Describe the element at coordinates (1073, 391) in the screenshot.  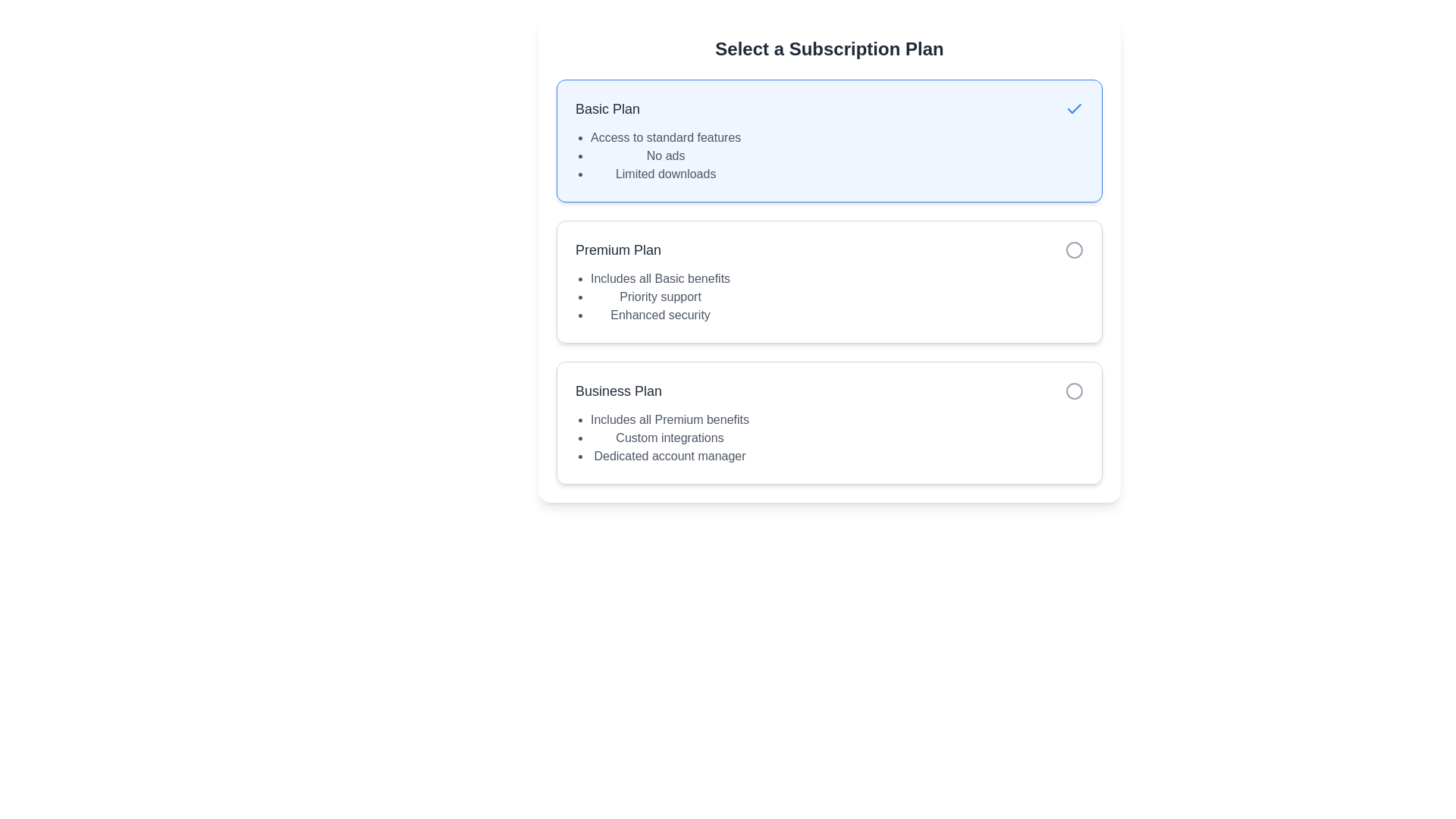
I see `the unselected radio button icon located on the right side of the 'Business Plan' option in the subscription selection interface` at that location.